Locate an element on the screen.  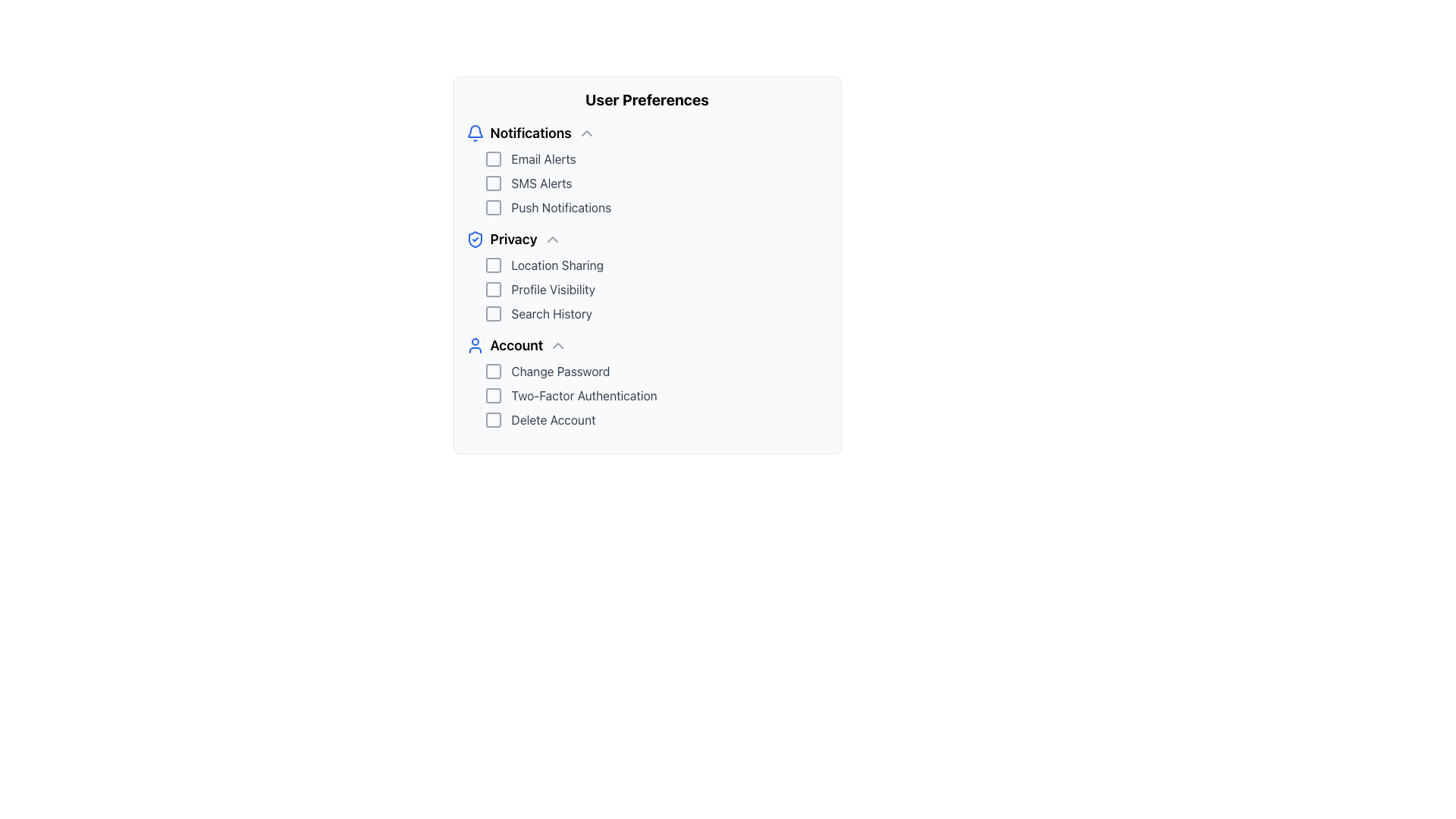
the 'Push Notifications' checkbox located in the lower left quarter of the interface is located at coordinates (656, 207).